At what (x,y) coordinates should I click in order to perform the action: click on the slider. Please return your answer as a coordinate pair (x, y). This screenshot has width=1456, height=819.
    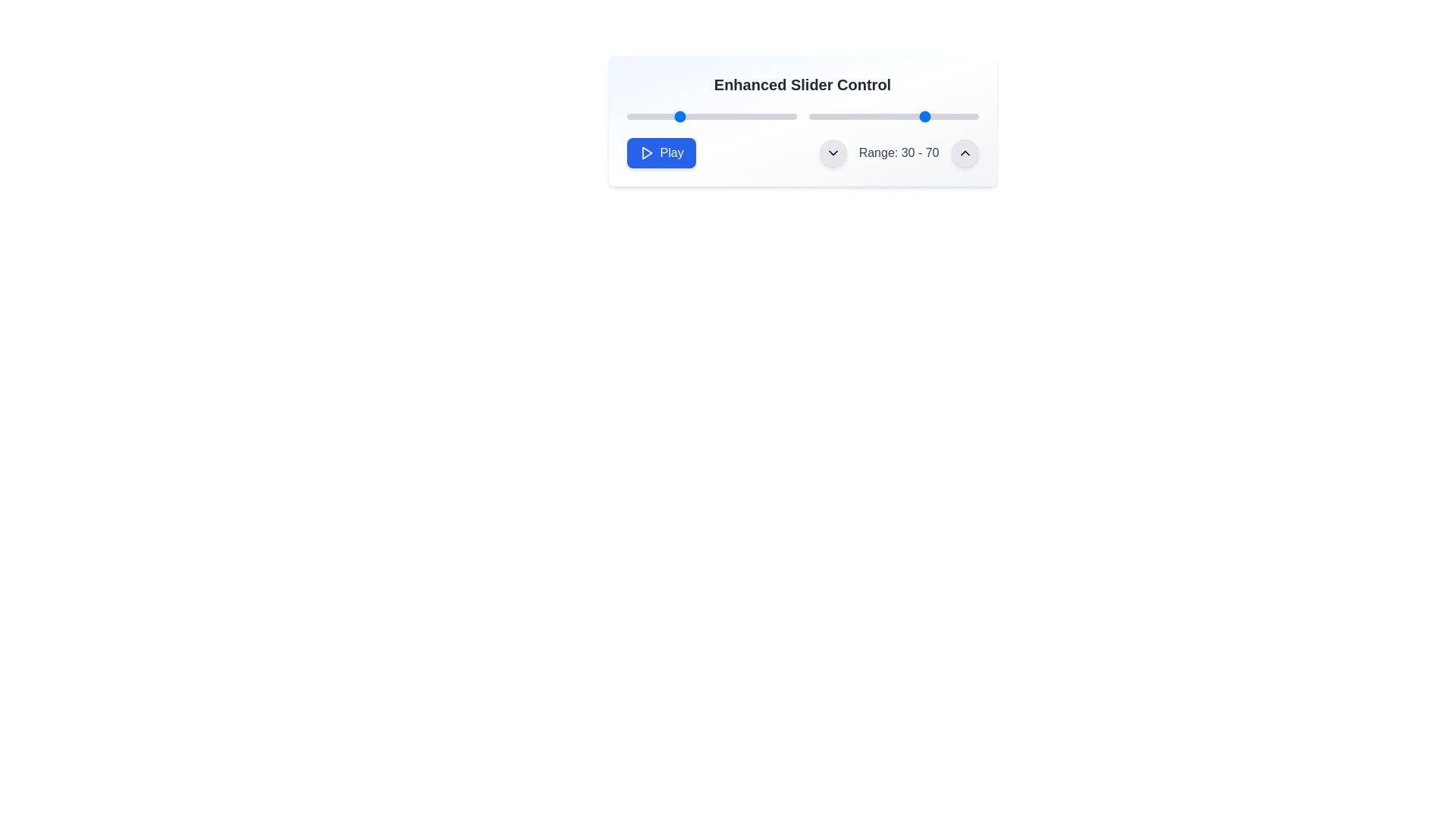
    Looking at the image, I should click on (717, 116).